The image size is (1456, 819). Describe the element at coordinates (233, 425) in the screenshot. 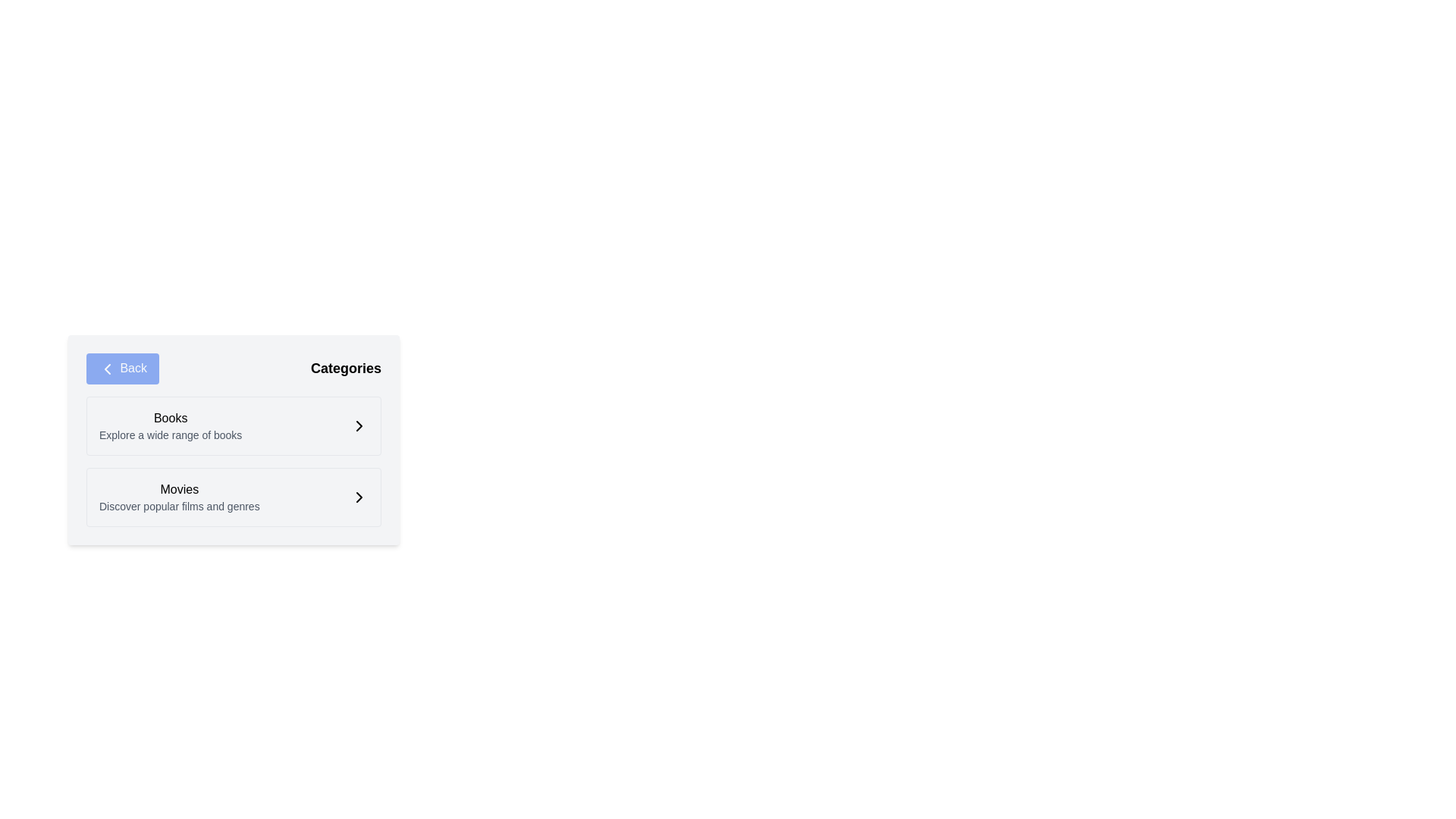

I see `the first Category List Item labeled 'Books'` at that location.